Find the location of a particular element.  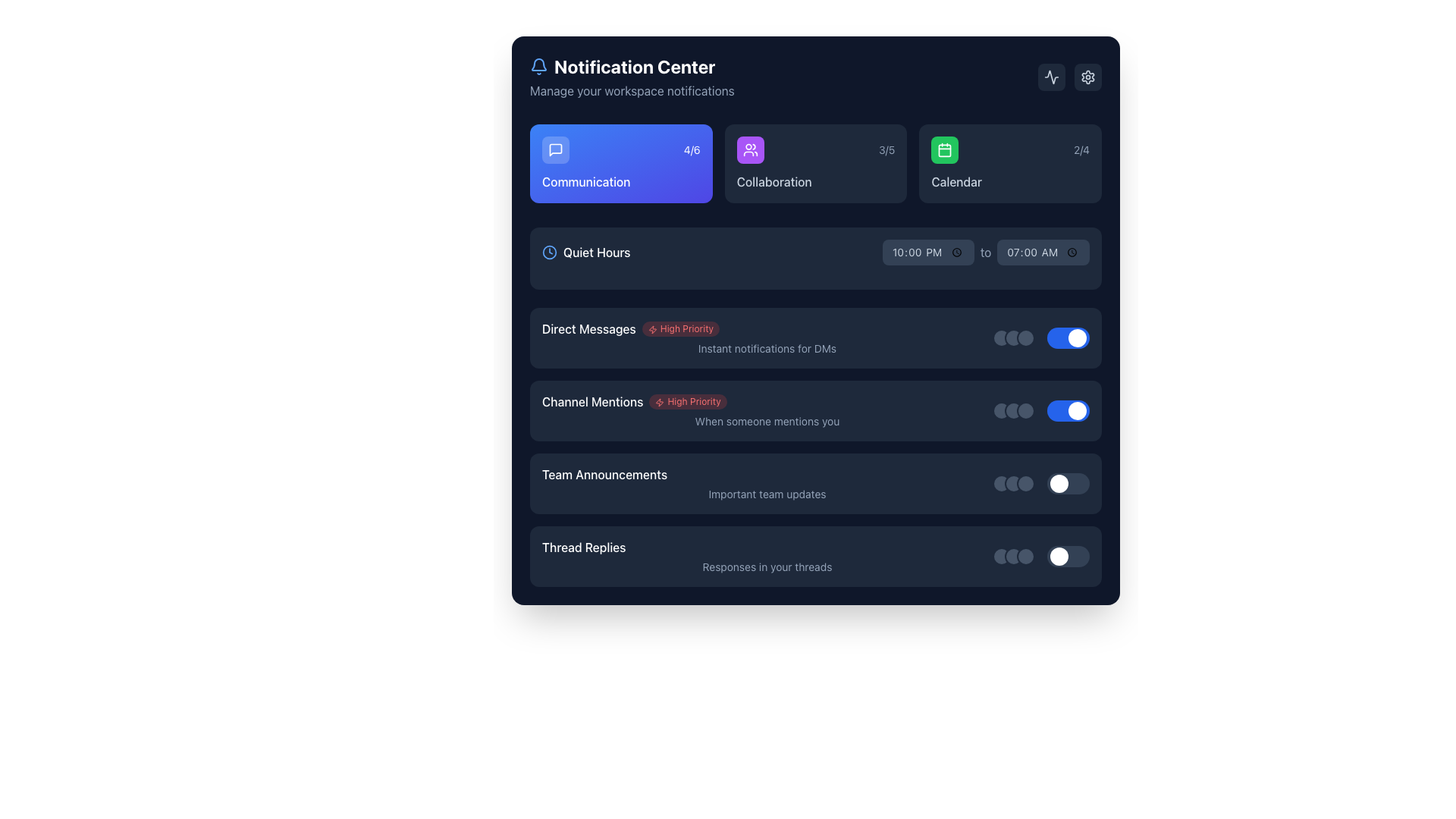

the third and rightmost circular indicator element in a group of three, located to the right of a toggle switch in the notifications management interface is located at coordinates (1026, 337).